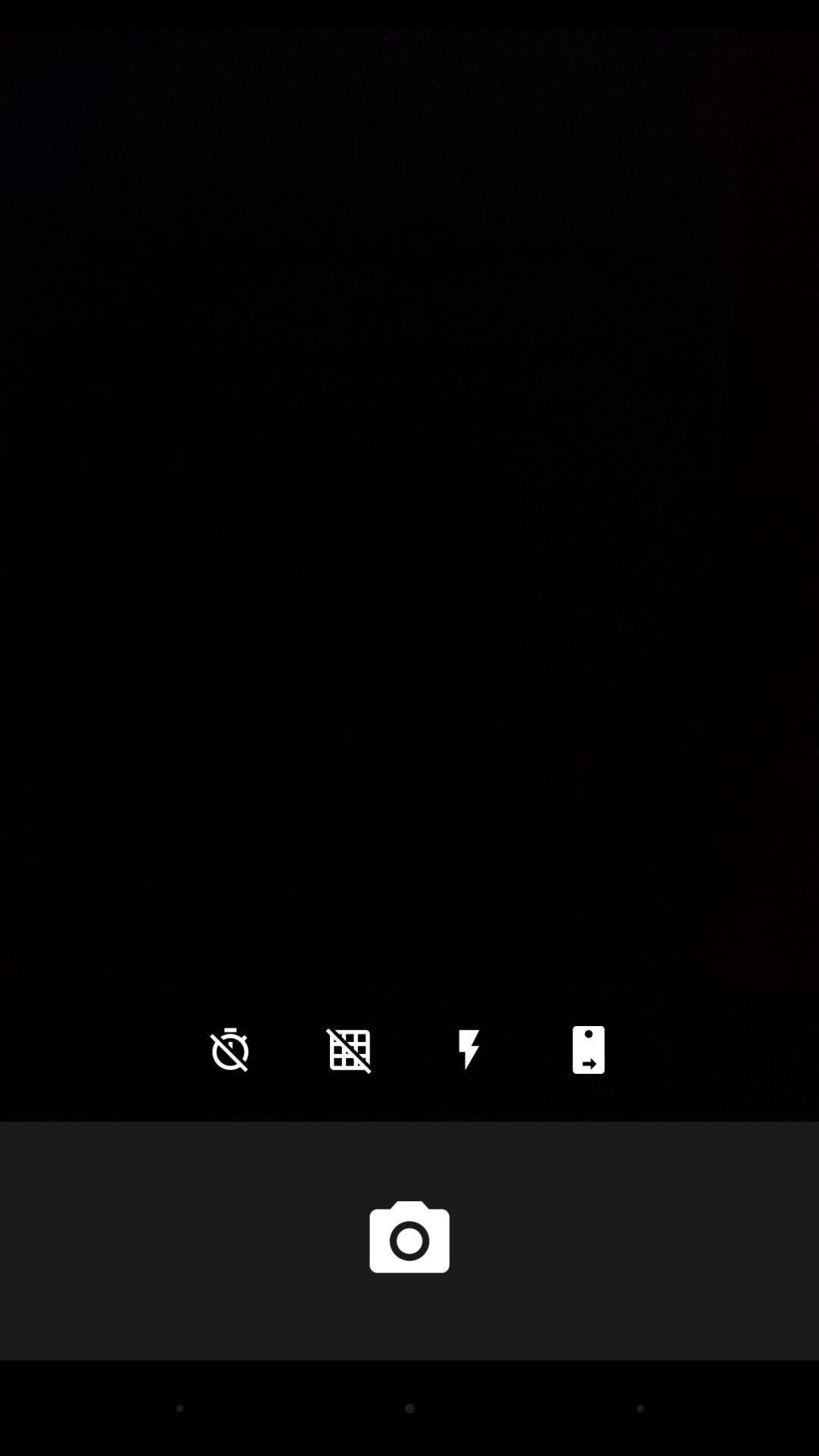 The image size is (819, 1456). I want to click on the time icon, so click(230, 1049).